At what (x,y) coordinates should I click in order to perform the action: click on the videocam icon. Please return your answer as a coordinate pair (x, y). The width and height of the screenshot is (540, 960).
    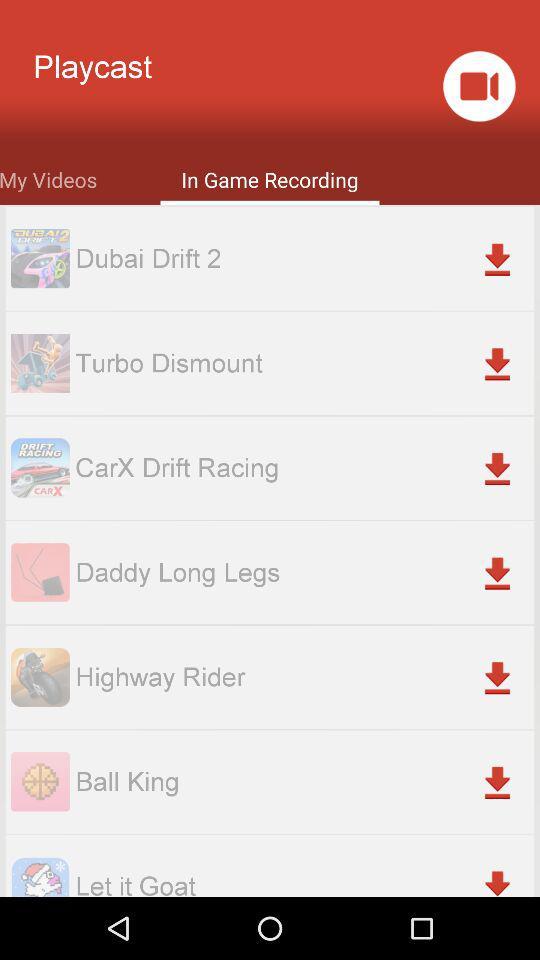
    Looking at the image, I should click on (478, 92).